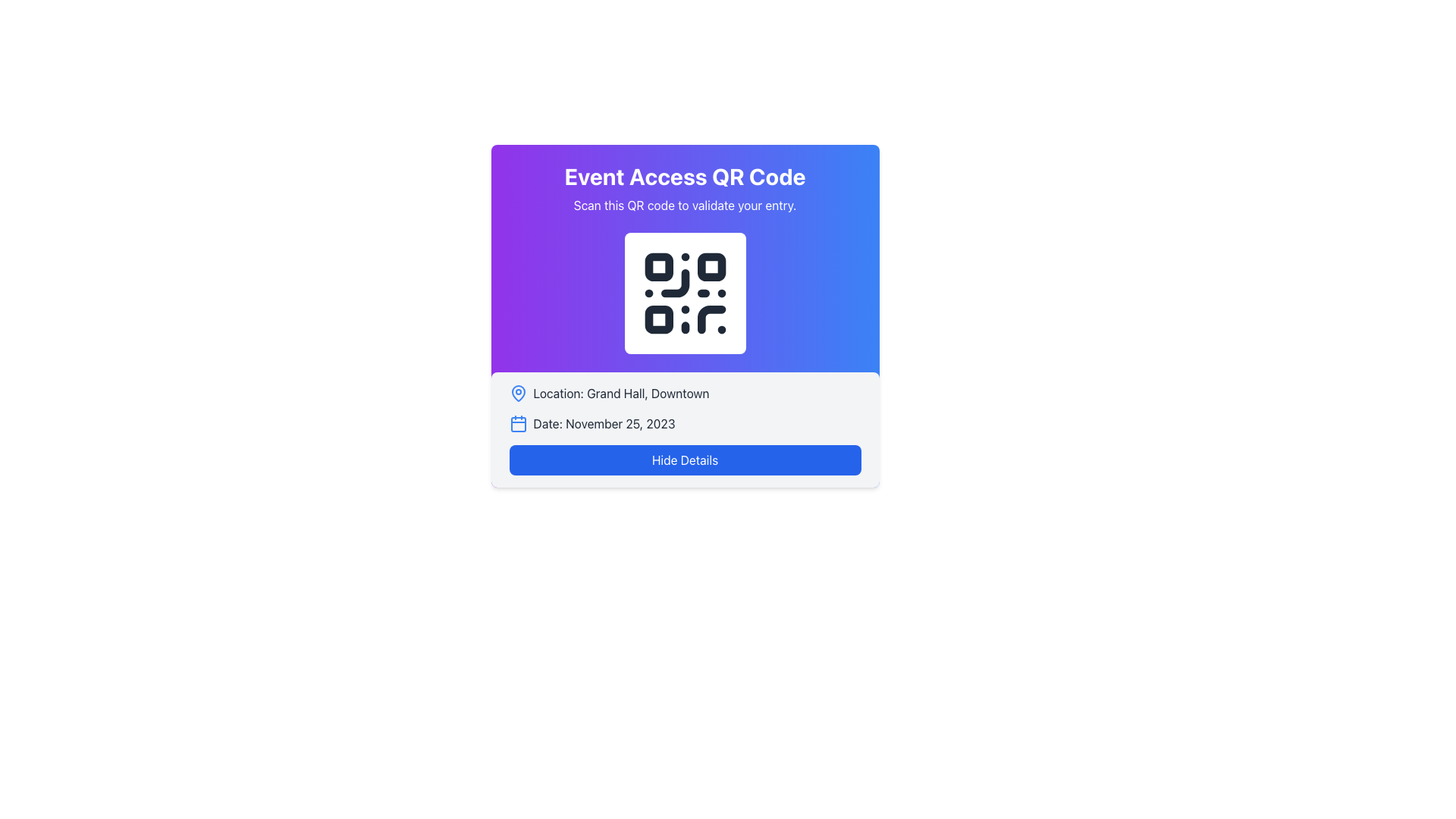 The width and height of the screenshot is (1456, 819). Describe the element at coordinates (658, 318) in the screenshot. I see `the bottom-left corner of the QR code module, which is a small black square with rounded corners, prominently displayed in the center of the interface against a gradient background` at that location.